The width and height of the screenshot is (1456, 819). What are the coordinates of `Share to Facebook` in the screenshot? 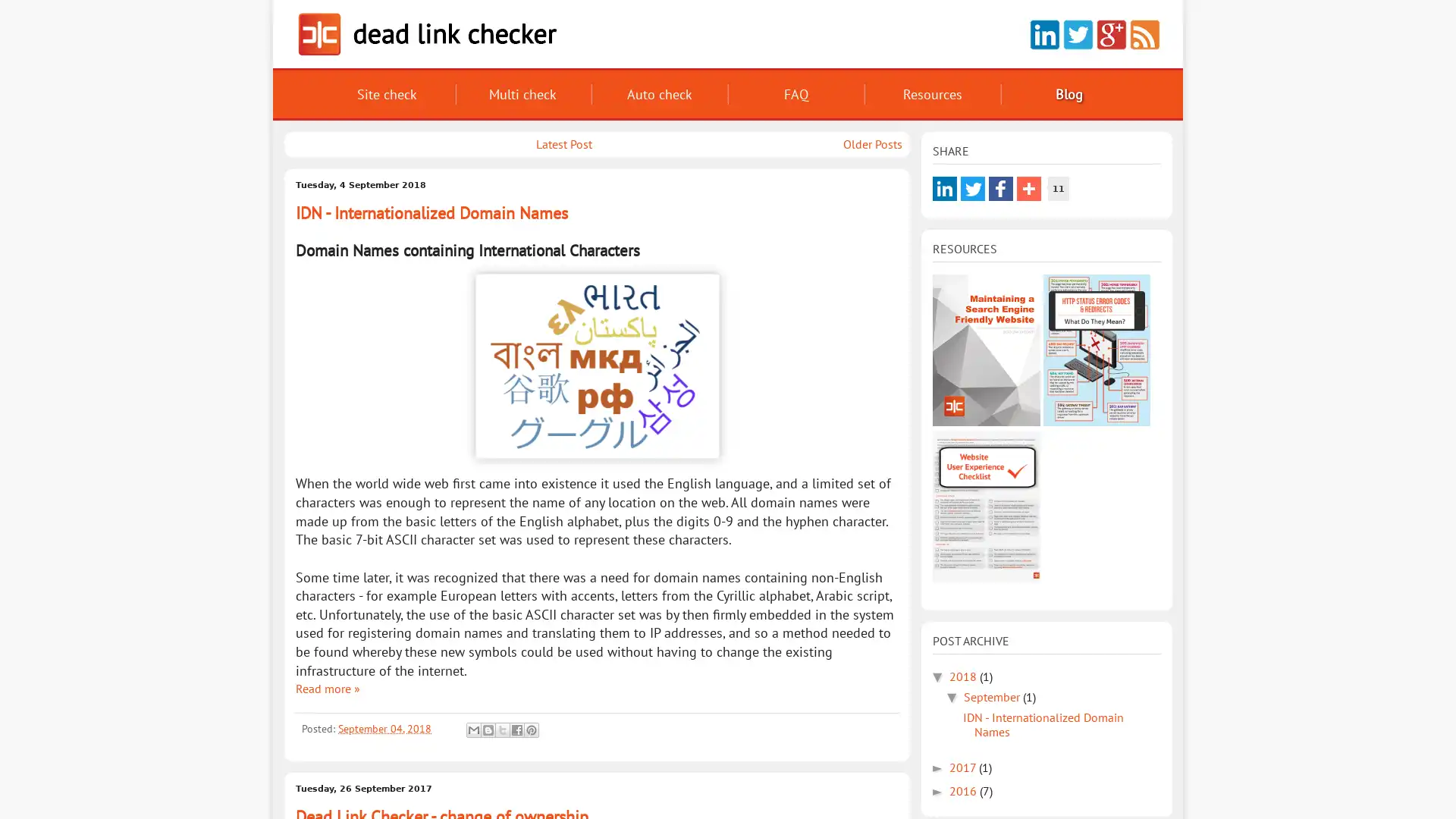 It's located at (1001, 188).